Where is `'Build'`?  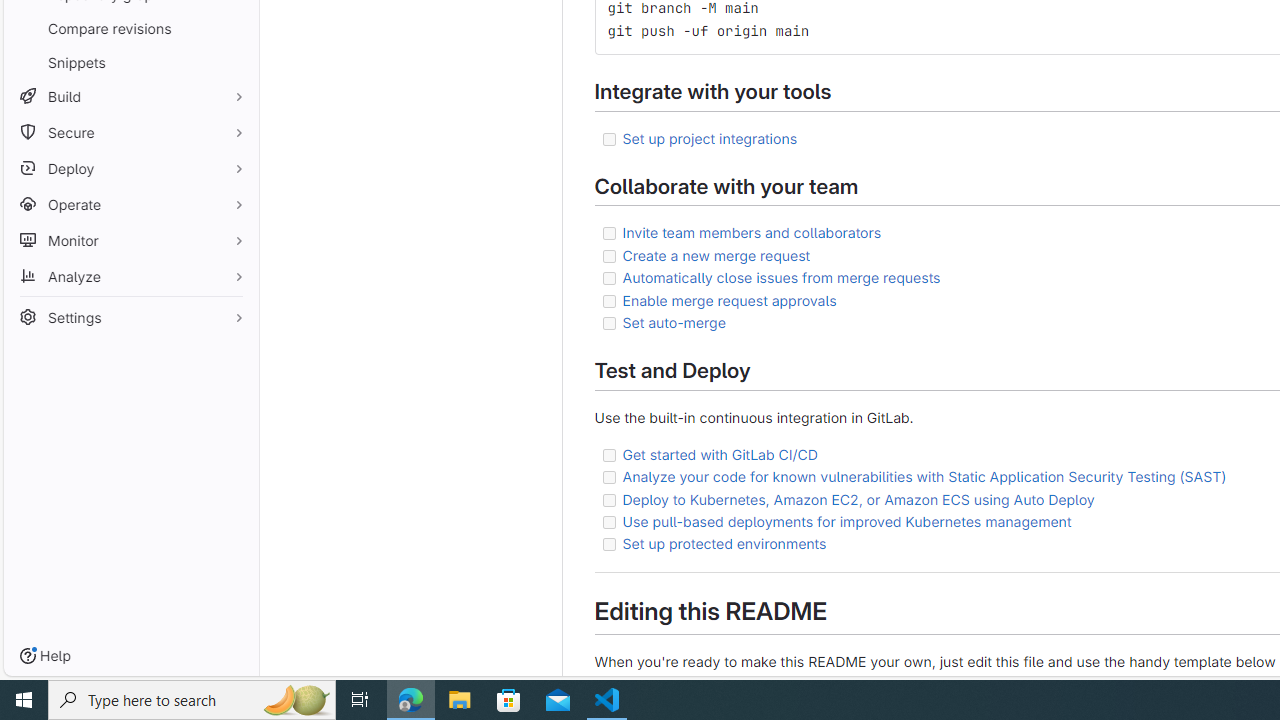
'Build' is located at coordinates (130, 96).